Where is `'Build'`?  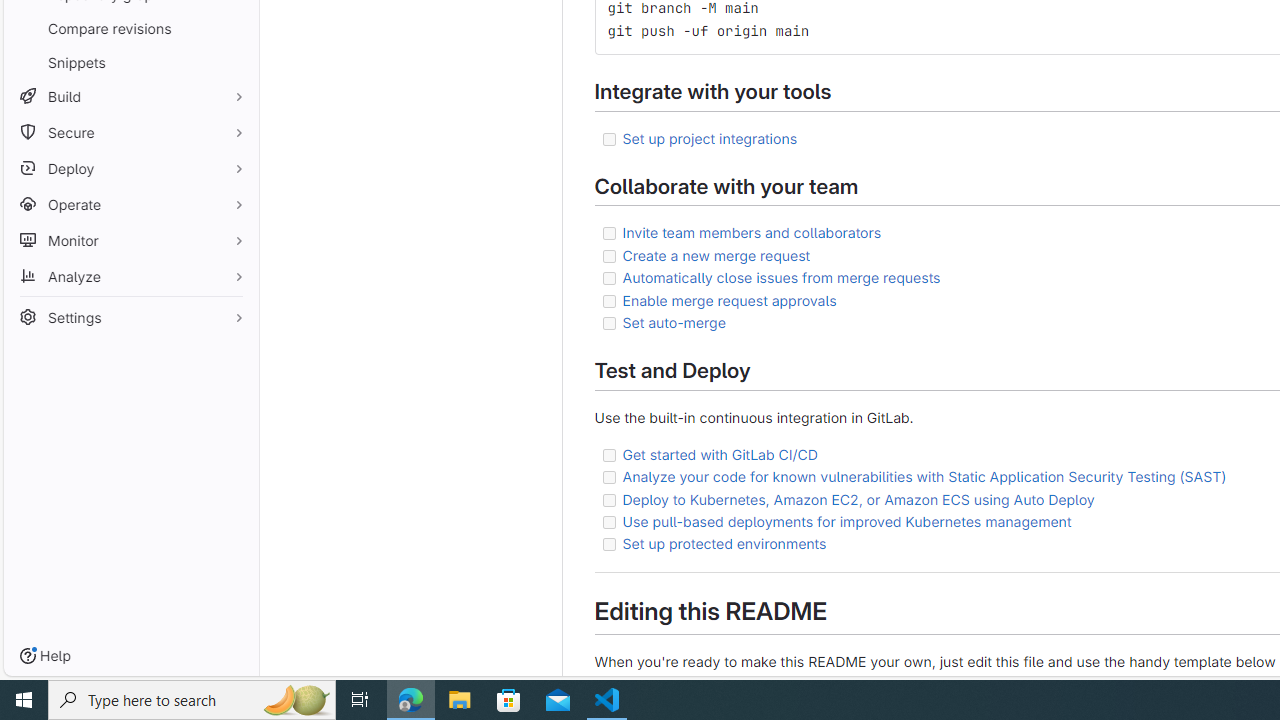
'Build' is located at coordinates (130, 96).